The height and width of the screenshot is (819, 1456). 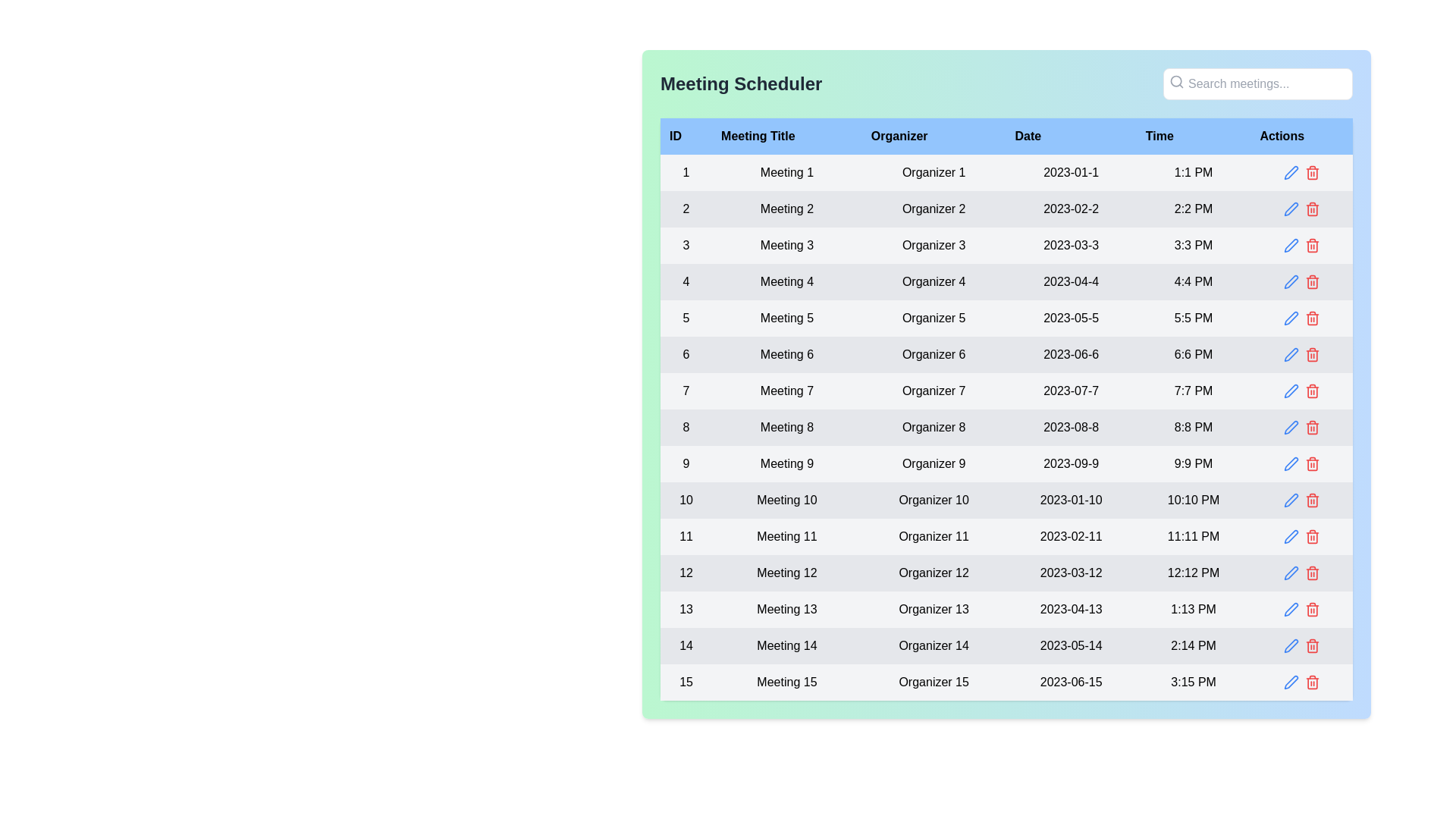 What do you see at coordinates (1193, 536) in the screenshot?
I see `the text label displaying '11:11 PM' within the gray tabular row, which is associated with 'Meeting 11' on '2023-02-11'` at bounding box center [1193, 536].